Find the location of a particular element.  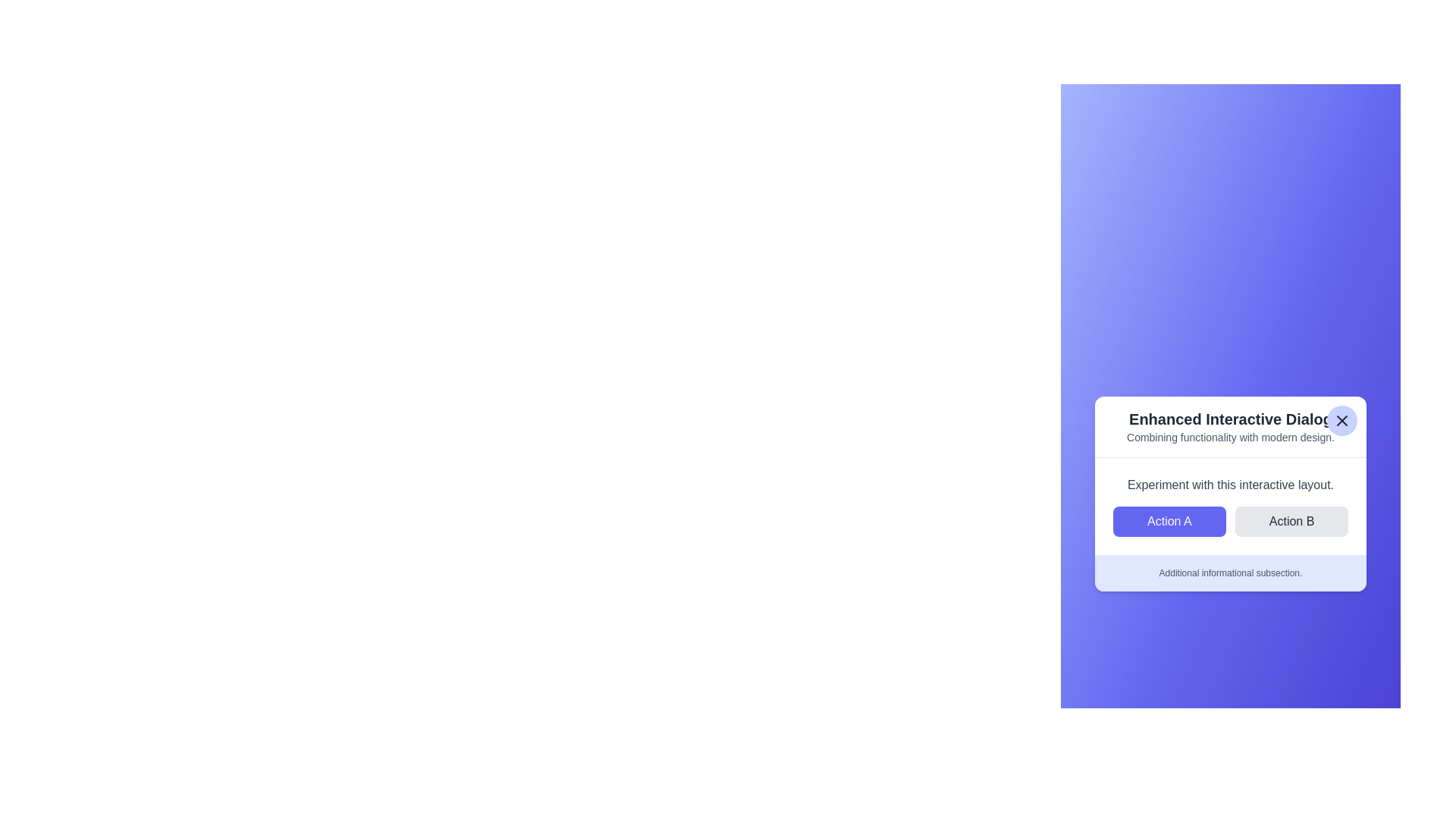

the diagonal stroke of the close ('X') icon in the upper-right corner of the 'Enhanced Interactive Dialog' is located at coordinates (1342, 420).